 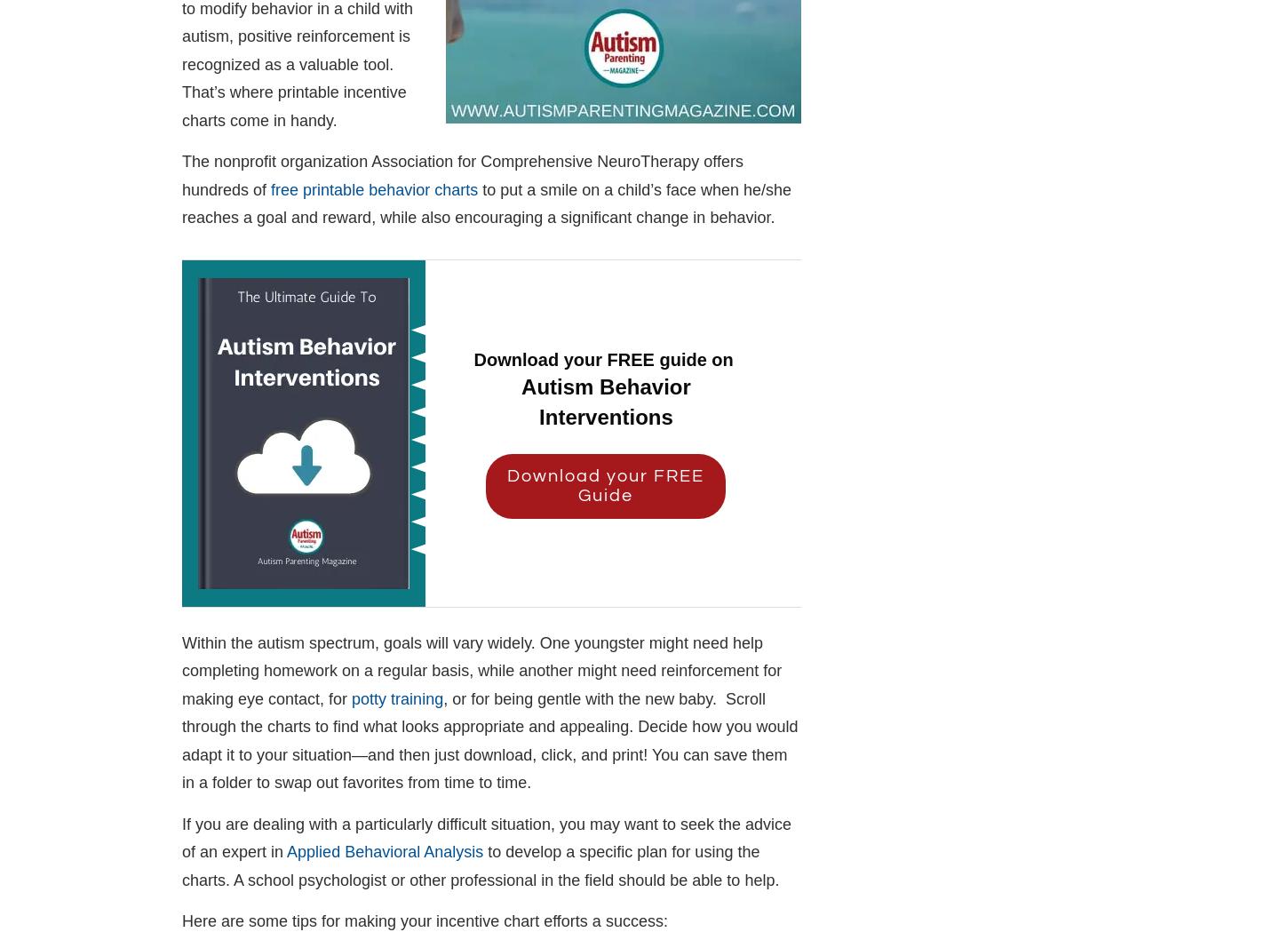 I want to click on ', or for being gentle with the new baby.  Scroll through the charts to find what looks appropriate and appealing. Decide how you would adapt it to your situation—and then just download, click, and print! You can save them in a folder to swap out favorites from time to time.', so click(x=489, y=739).